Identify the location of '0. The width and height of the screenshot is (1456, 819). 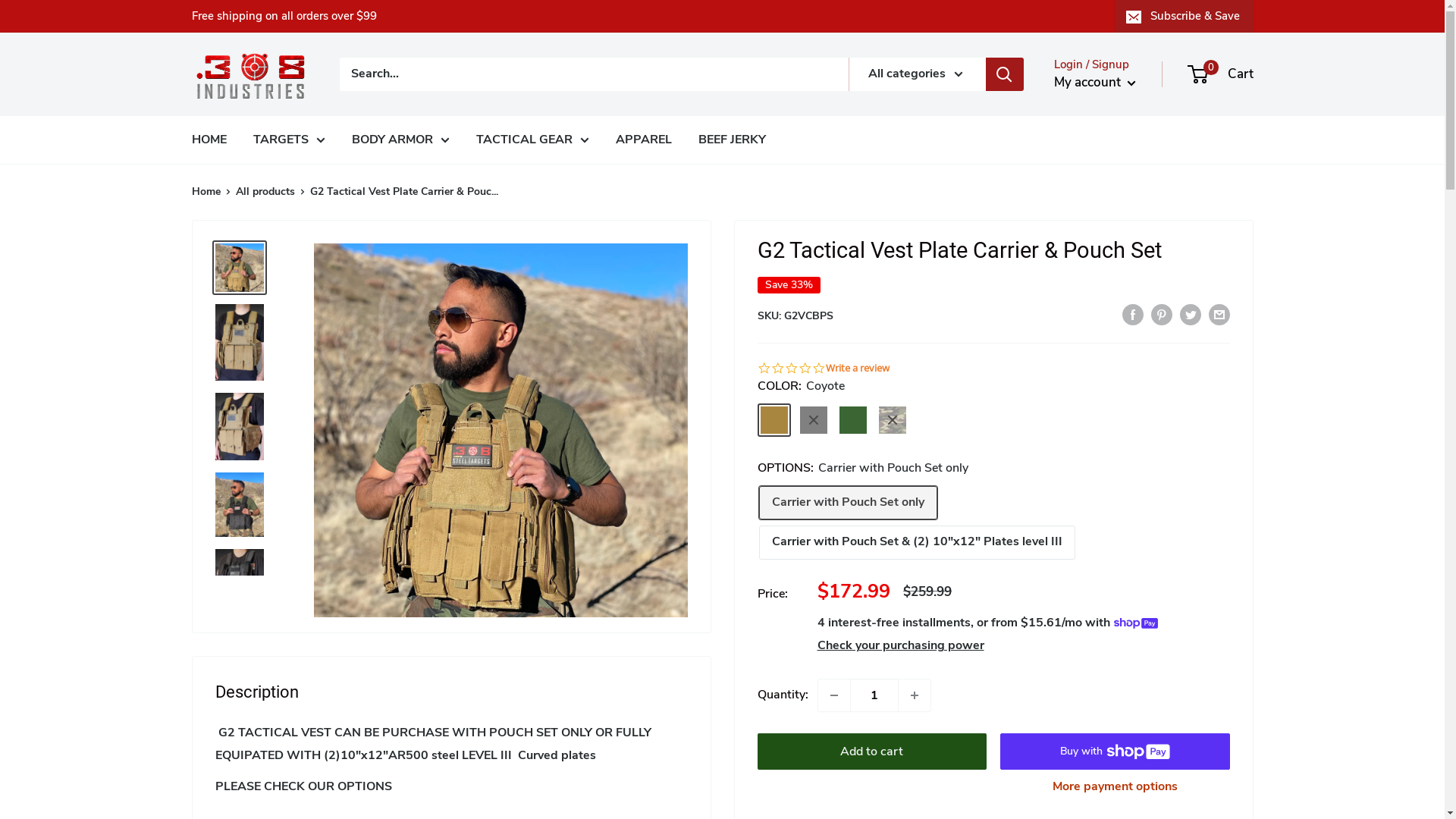
(1221, 74).